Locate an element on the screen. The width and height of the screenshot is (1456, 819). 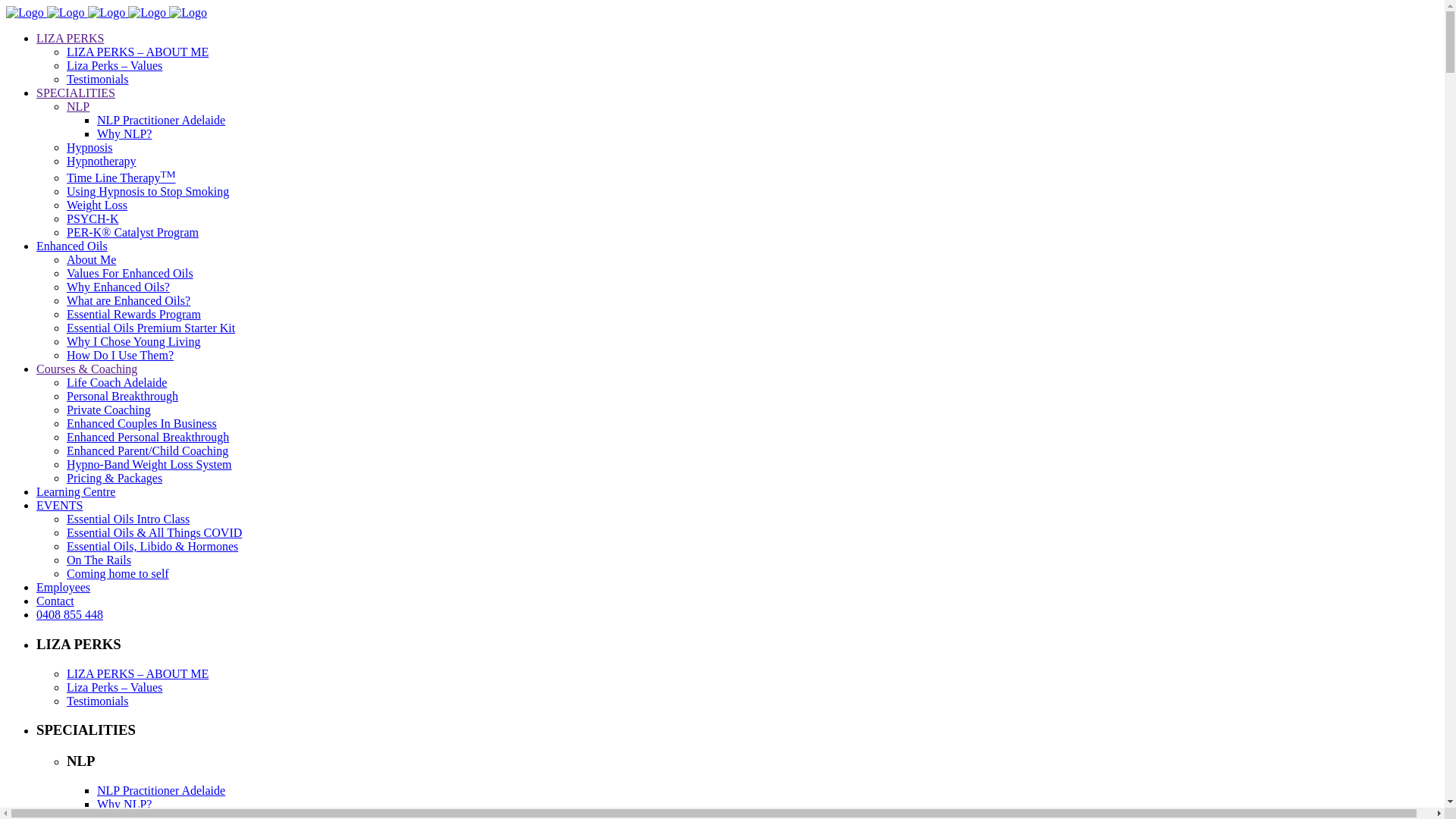
'Enhanced Couples In Business' is located at coordinates (65, 423).